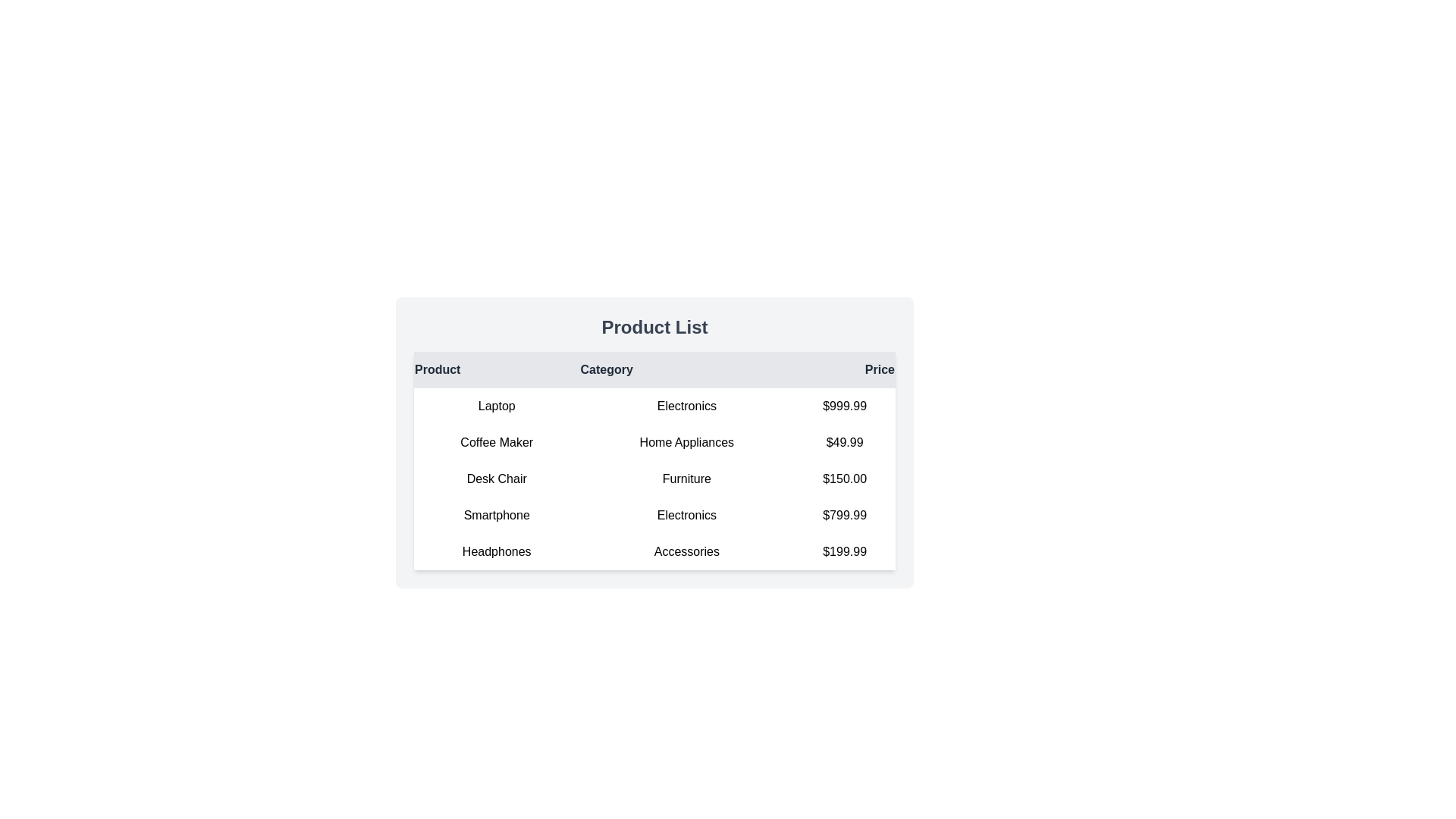  Describe the element at coordinates (654, 479) in the screenshot. I see `the third row of the table containing the item details for 'Desk Chair', which includes the product name, category, and price` at that location.